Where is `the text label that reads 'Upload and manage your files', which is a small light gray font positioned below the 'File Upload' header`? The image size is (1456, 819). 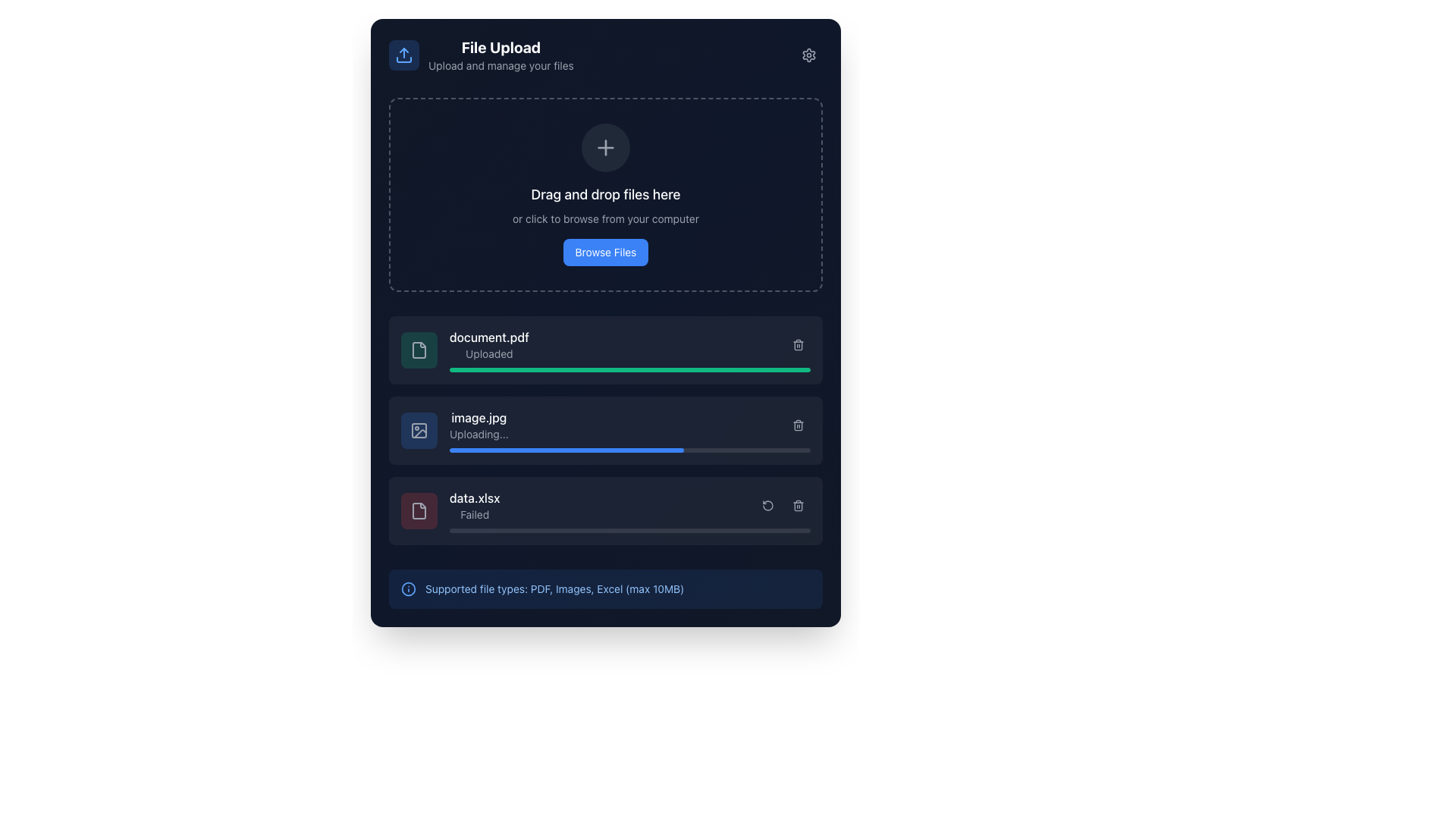 the text label that reads 'Upload and manage your files', which is a small light gray font positioned below the 'File Upload' header is located at coordinates (500, 65).